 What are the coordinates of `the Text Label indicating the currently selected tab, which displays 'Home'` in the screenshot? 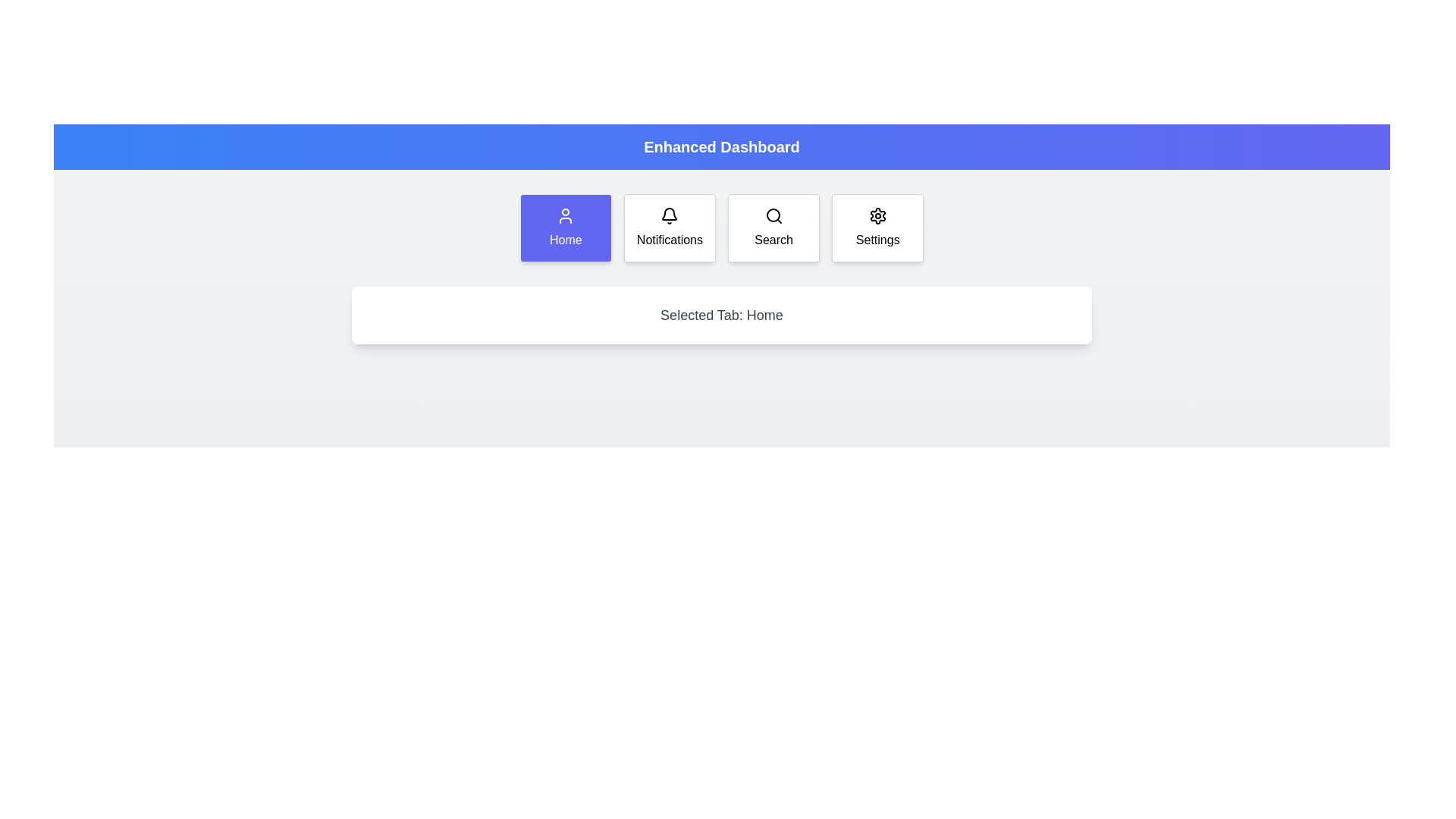 It's located at (720, 315).